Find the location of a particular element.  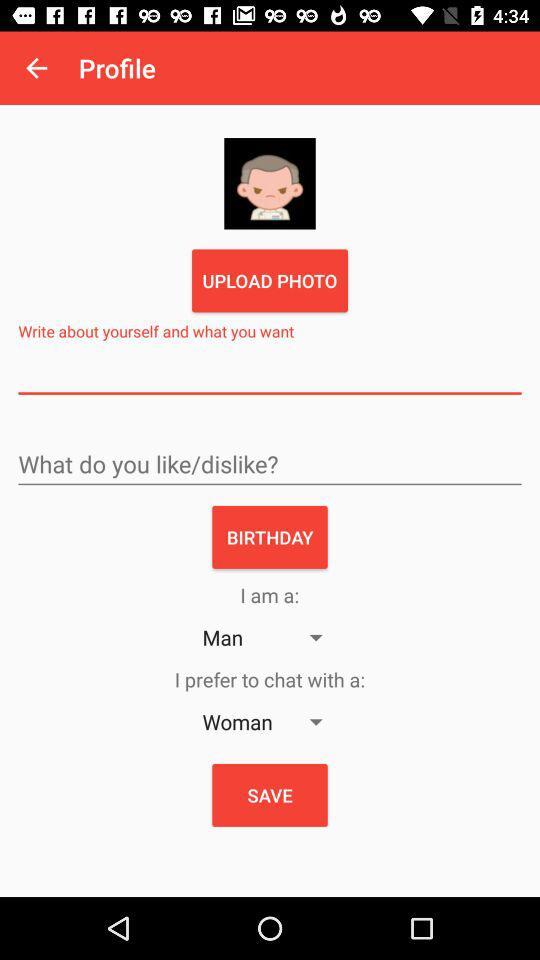

input description is located at coordinates (270, 373).